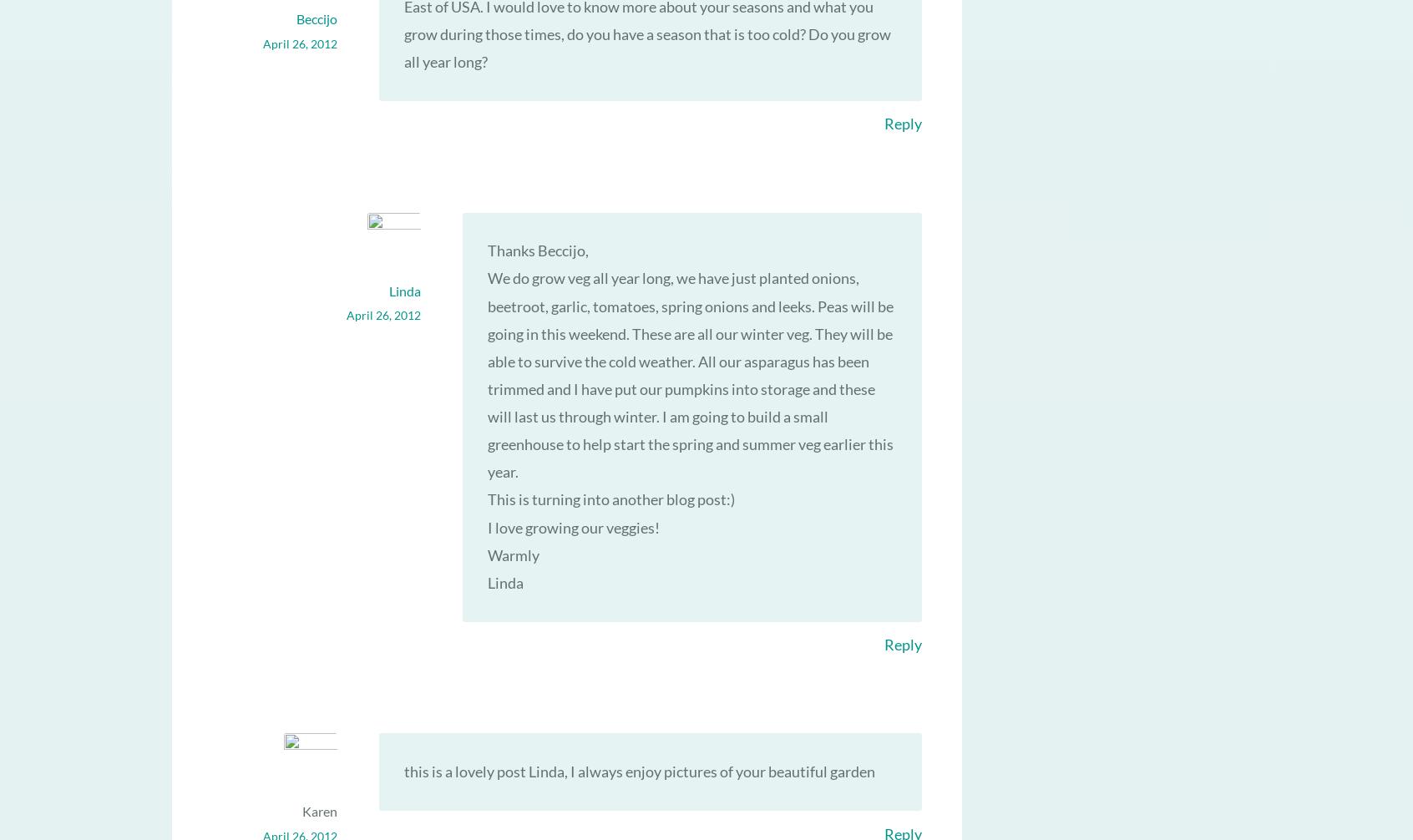  Describe the element at coordinates (609, 498) in the screenshot. I see `'This is turning into another blog post:)'` at that location.